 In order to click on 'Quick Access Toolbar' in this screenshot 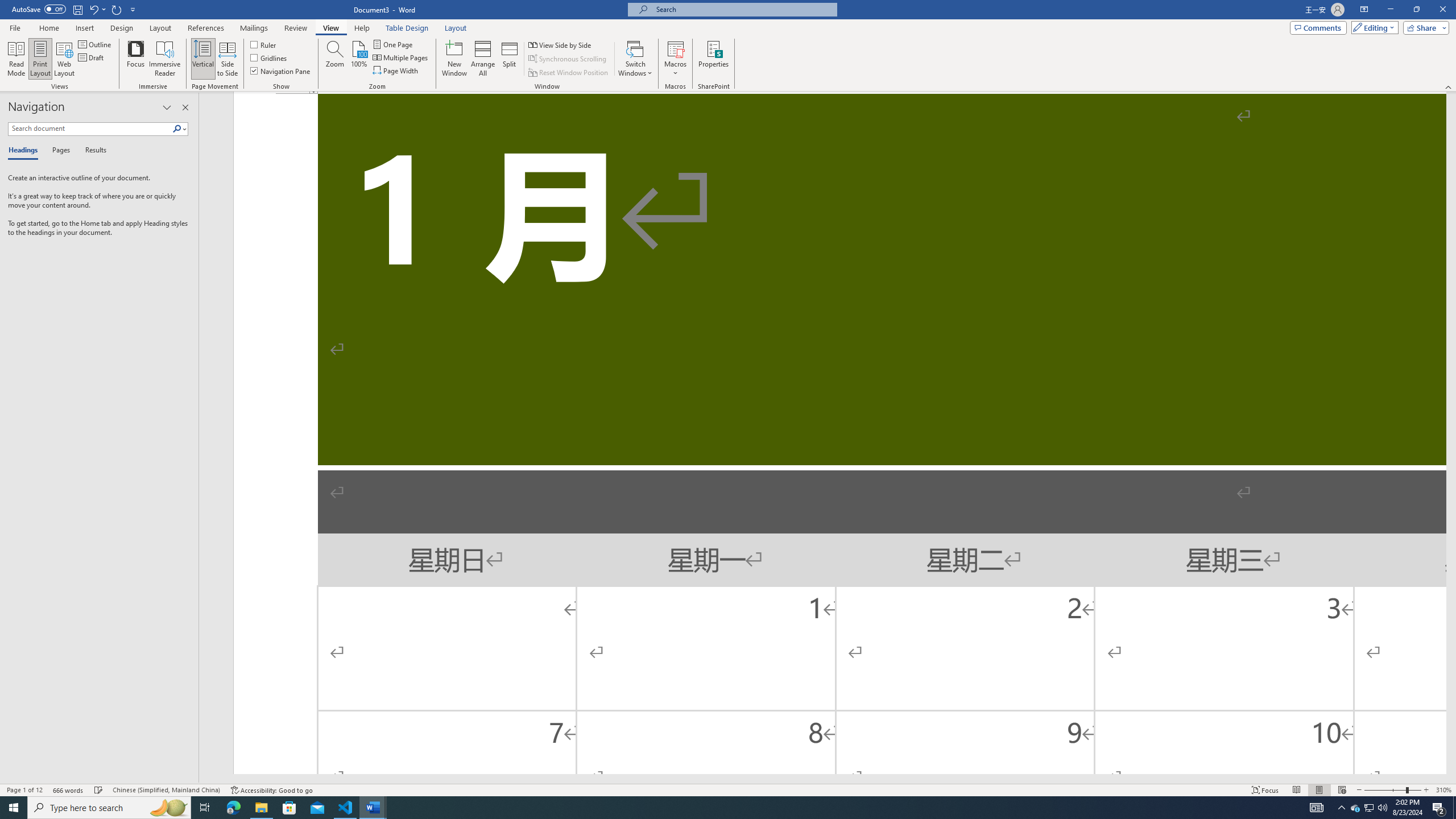, I will do `click(74, 9)`.